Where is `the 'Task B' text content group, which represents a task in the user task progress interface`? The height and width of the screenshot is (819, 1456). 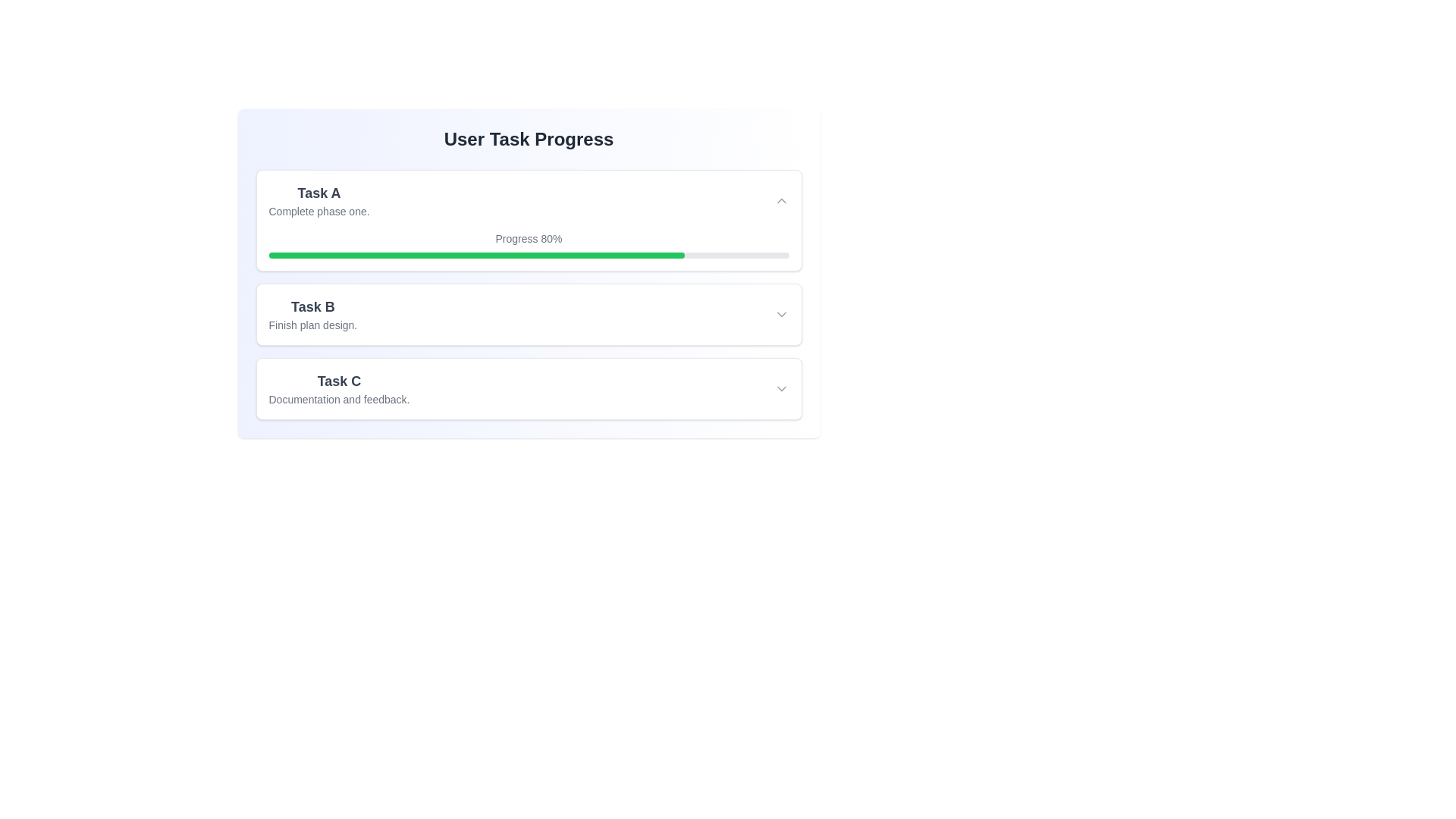
the 'Task B' text content group, which represents a task in the user task progress interface is located at coordinates (312, 314).